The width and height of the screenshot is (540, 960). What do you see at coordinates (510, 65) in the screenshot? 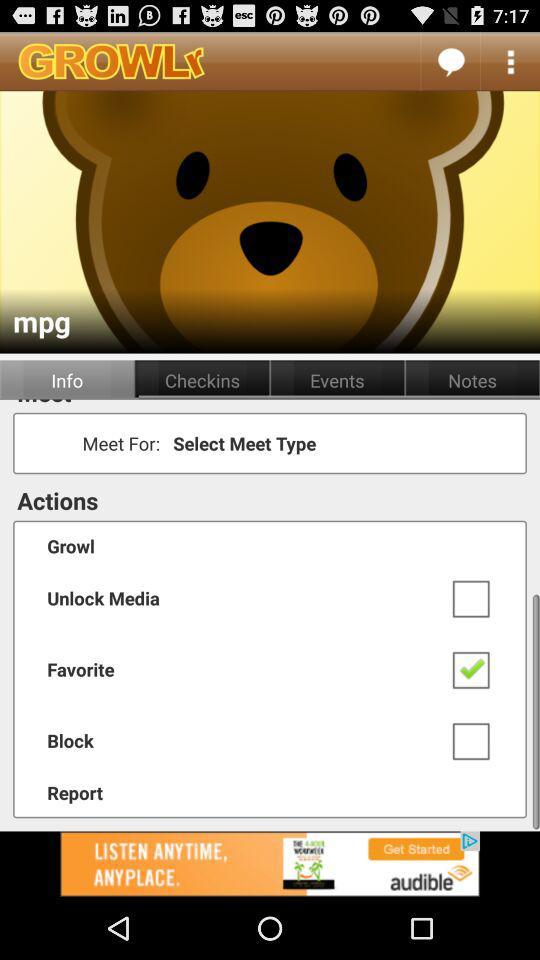
I see `the more icon` at bounding box center [510, 65].